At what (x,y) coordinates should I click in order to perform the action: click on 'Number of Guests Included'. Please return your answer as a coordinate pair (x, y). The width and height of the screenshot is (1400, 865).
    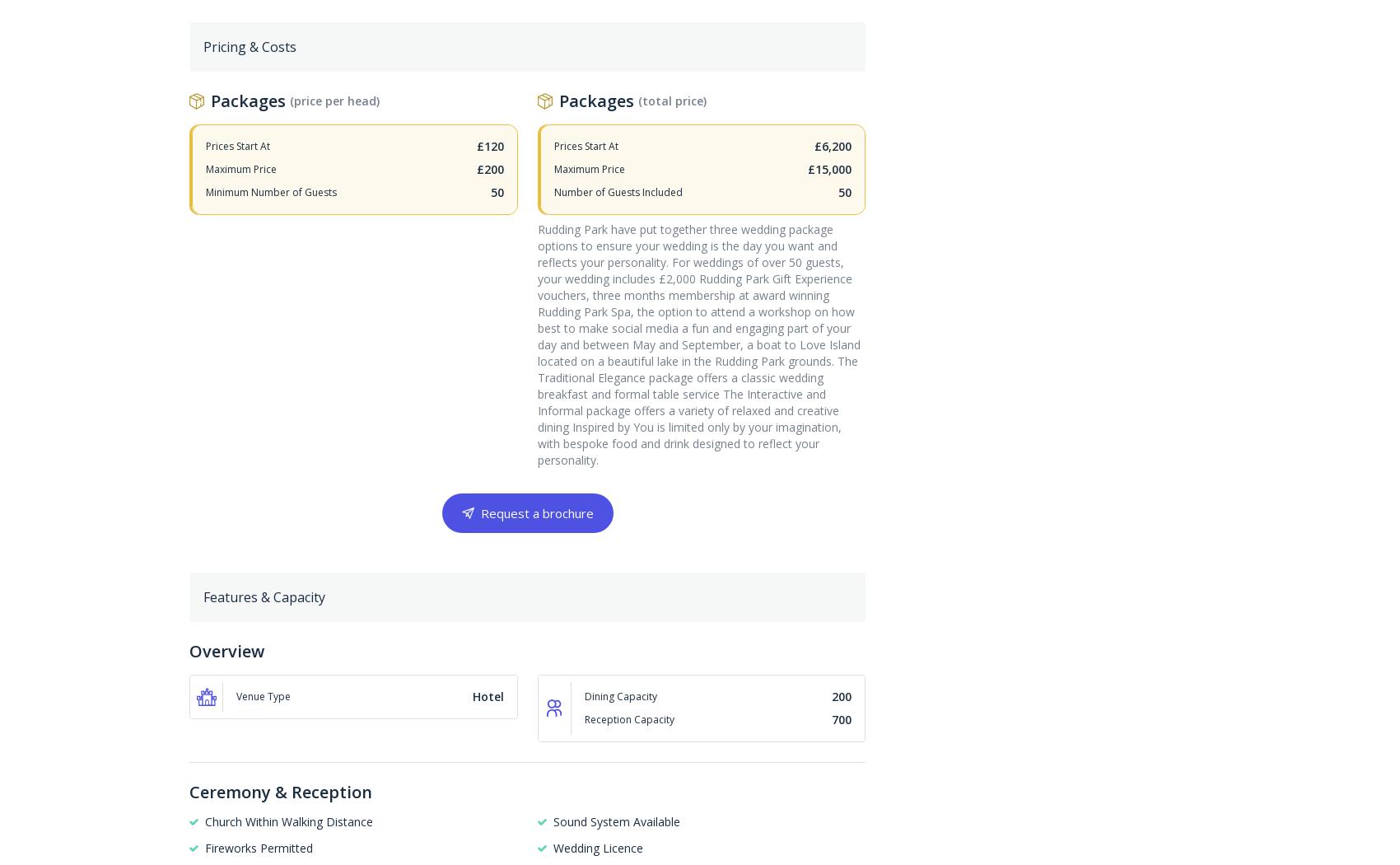
    Looking at the image, I should click on (617, 191).